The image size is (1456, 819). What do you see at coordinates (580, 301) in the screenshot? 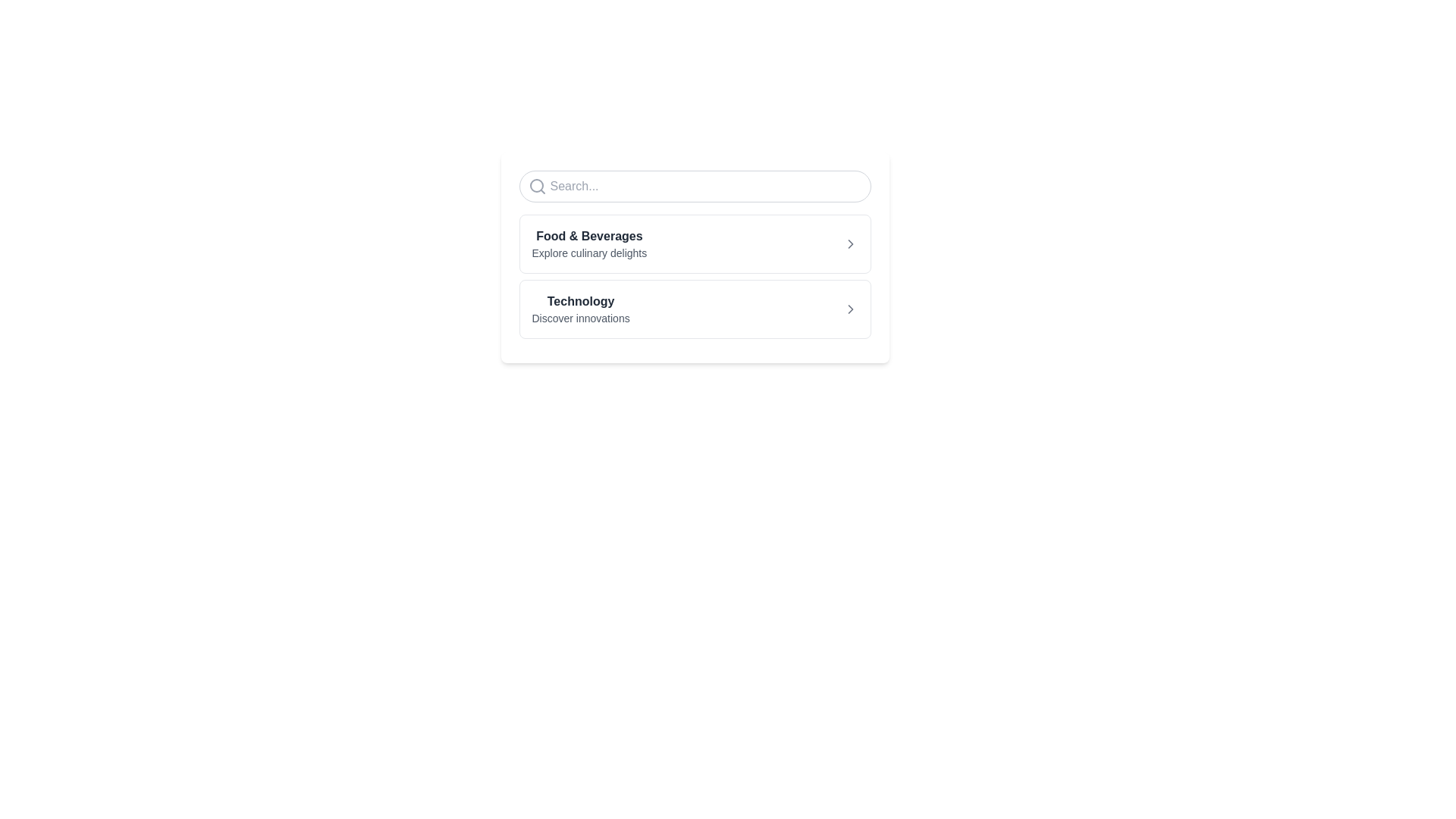
I see `text label 'Technology' which is the second item in a vertical list of categories, located below the header 'Food & Beverages'` at bounding box center [580, 301].